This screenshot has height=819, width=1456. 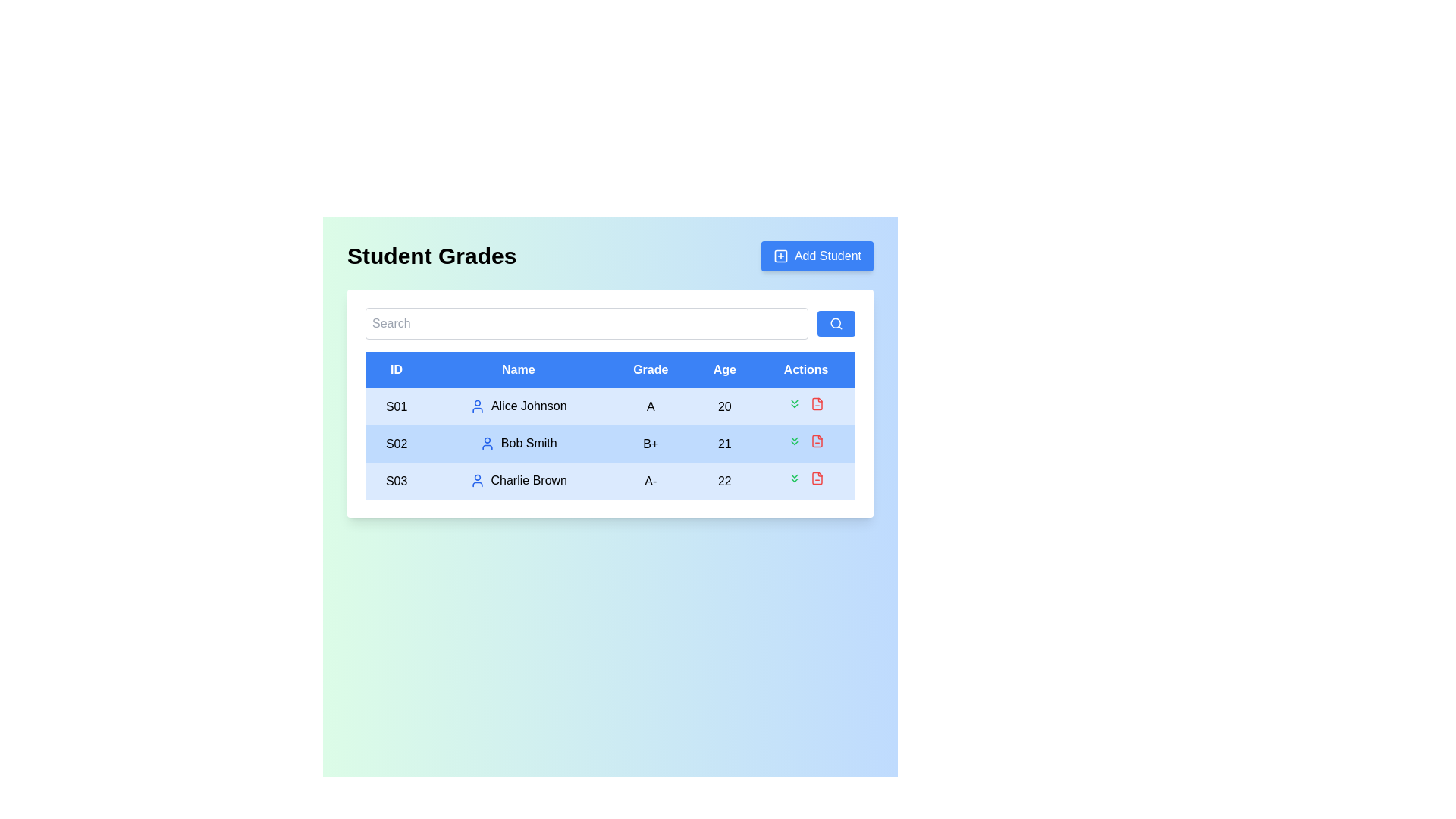 I want to click on value from the table cell displaying the number '22', which is styled in bold font and located in the 'Age' column of the third row under the header 'Age', so click(x=723, y=481).